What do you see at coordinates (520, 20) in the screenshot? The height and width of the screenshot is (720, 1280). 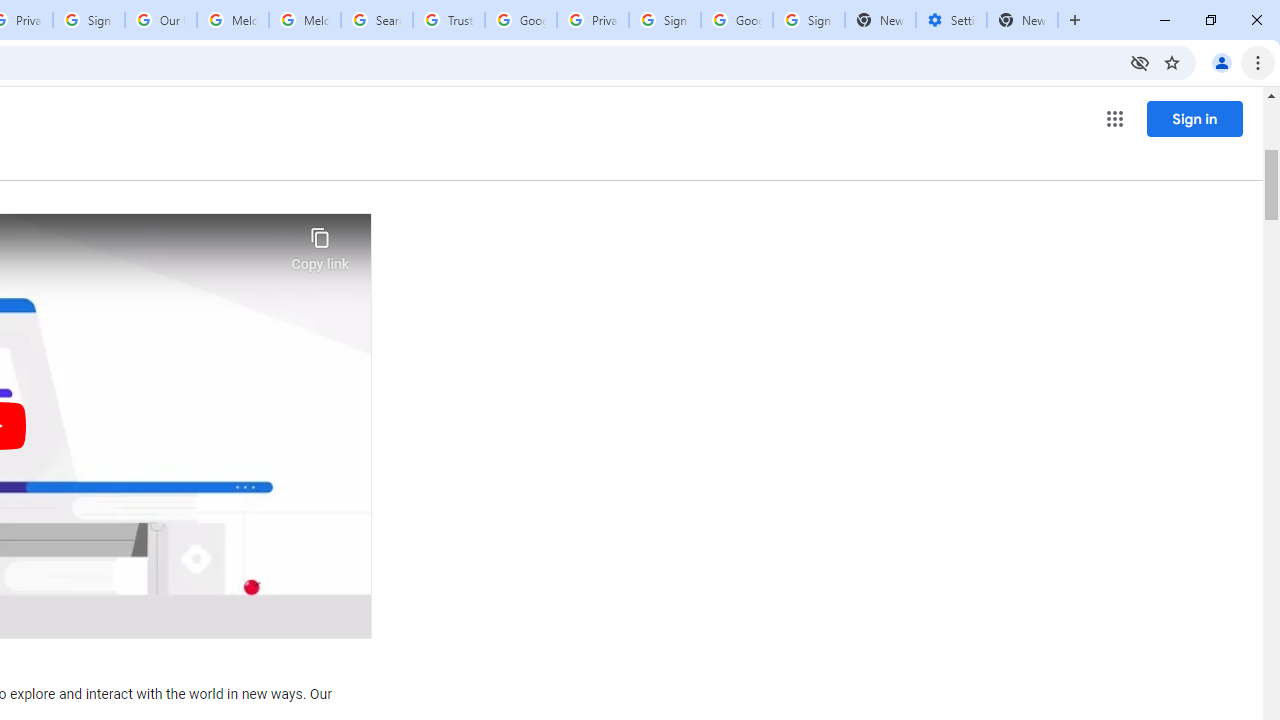 I see `'Google Ads - Sign in'` at bounding box center [520, 20].